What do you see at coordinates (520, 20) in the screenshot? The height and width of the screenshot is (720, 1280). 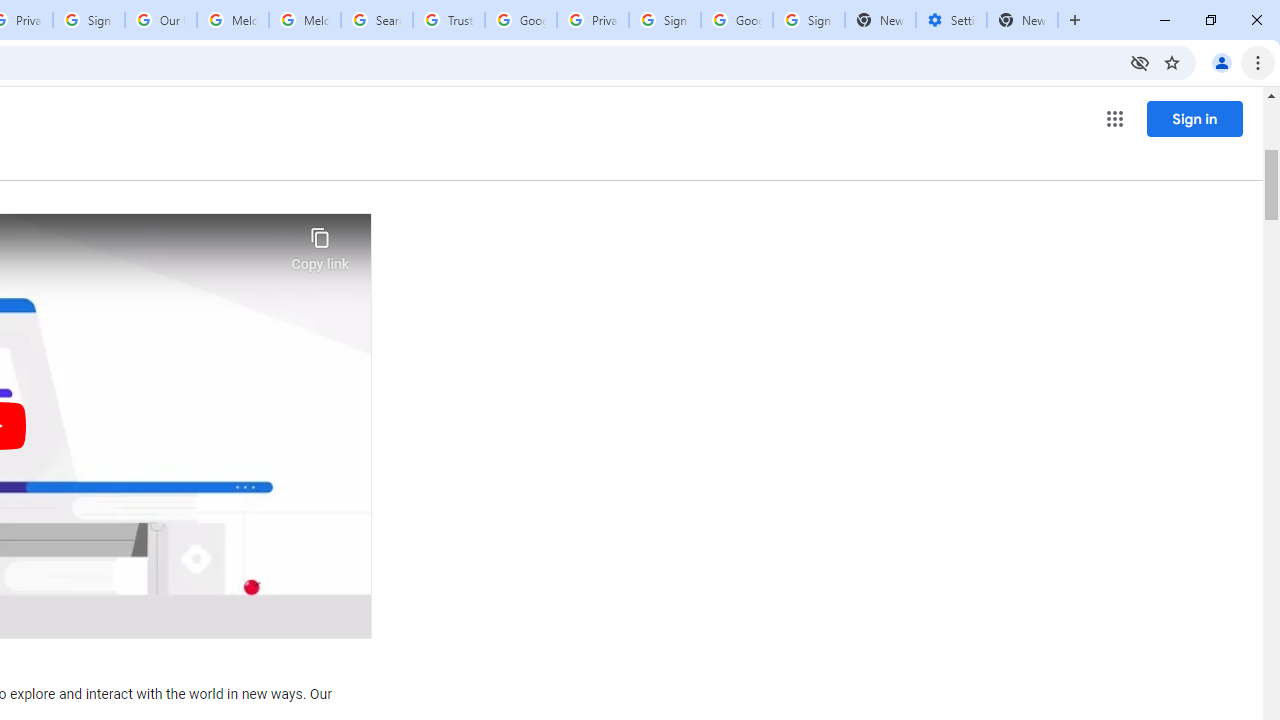 I see `'Google Ads - Sign in'` at bounding box center [520, 20].